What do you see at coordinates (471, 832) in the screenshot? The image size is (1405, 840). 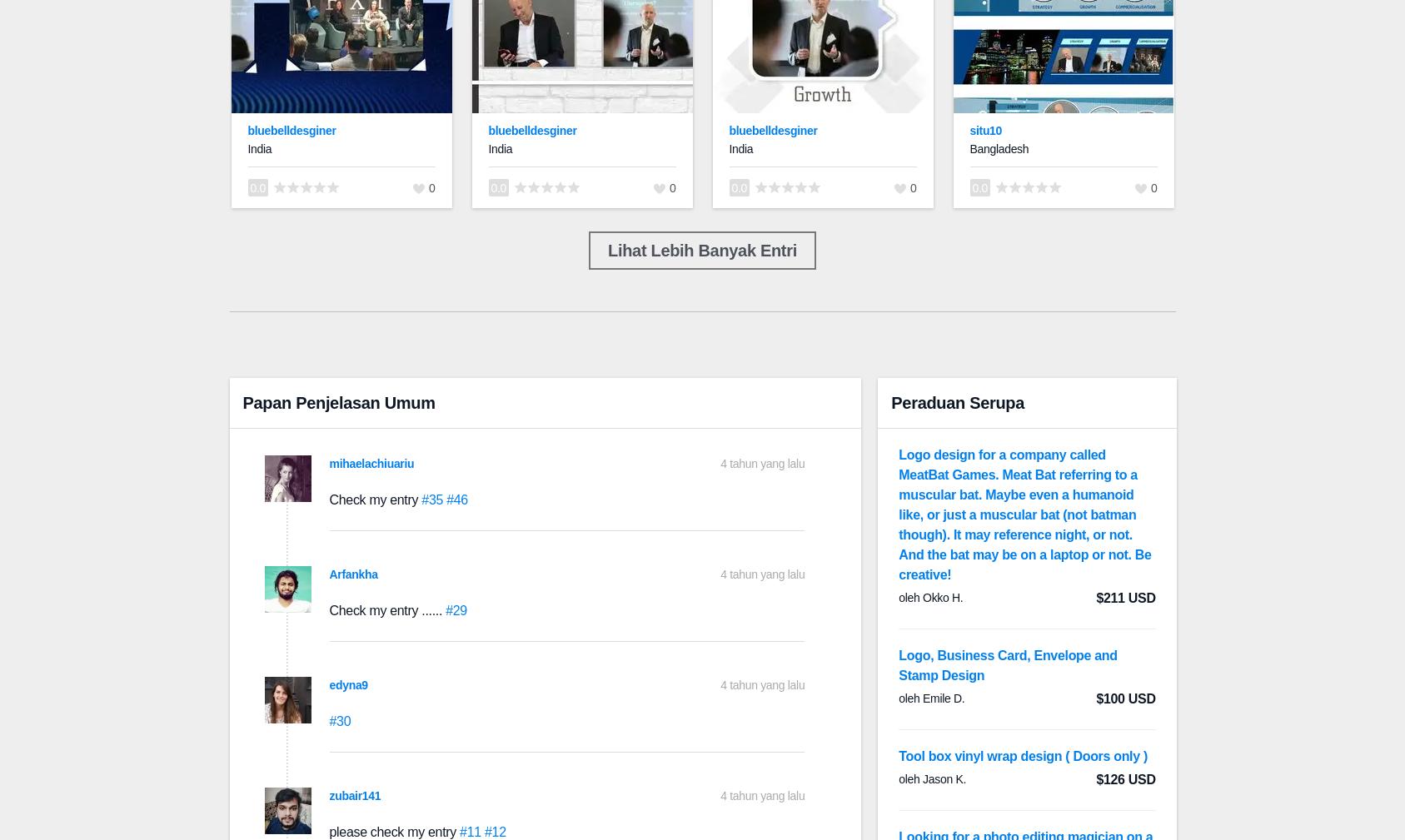 I see `'#11'` at bounding box center [471, 832].